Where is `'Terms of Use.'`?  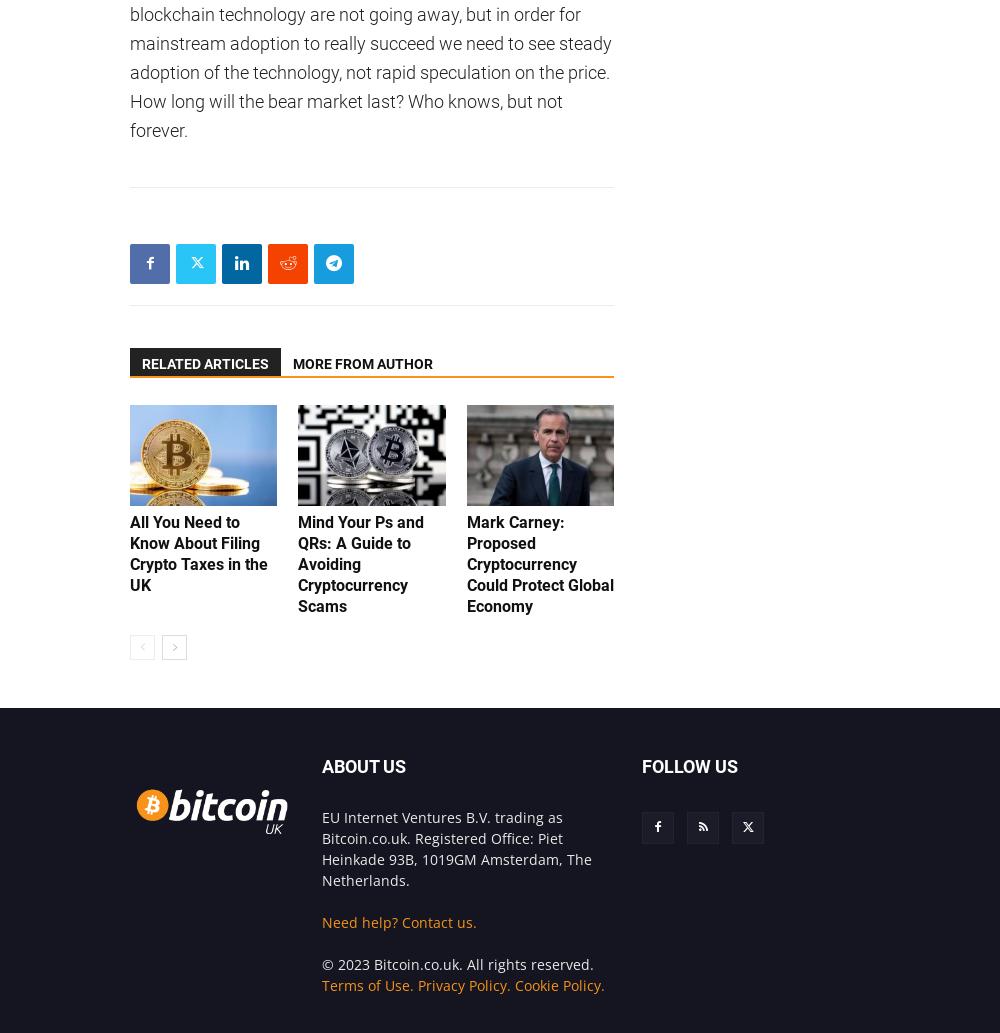 'Terms of Use.' is located at coordinates (321, 983).